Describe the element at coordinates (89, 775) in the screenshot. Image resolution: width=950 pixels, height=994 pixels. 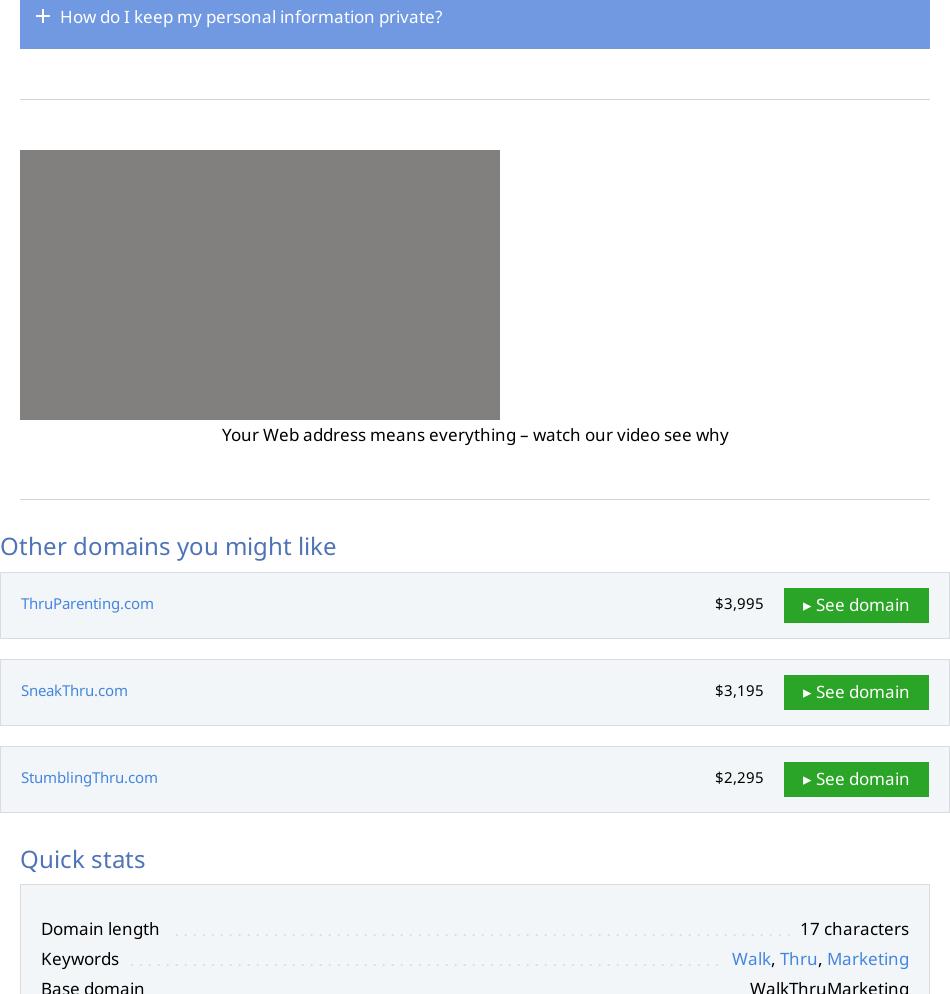
I see `'StumblingThru.com'` at that location.